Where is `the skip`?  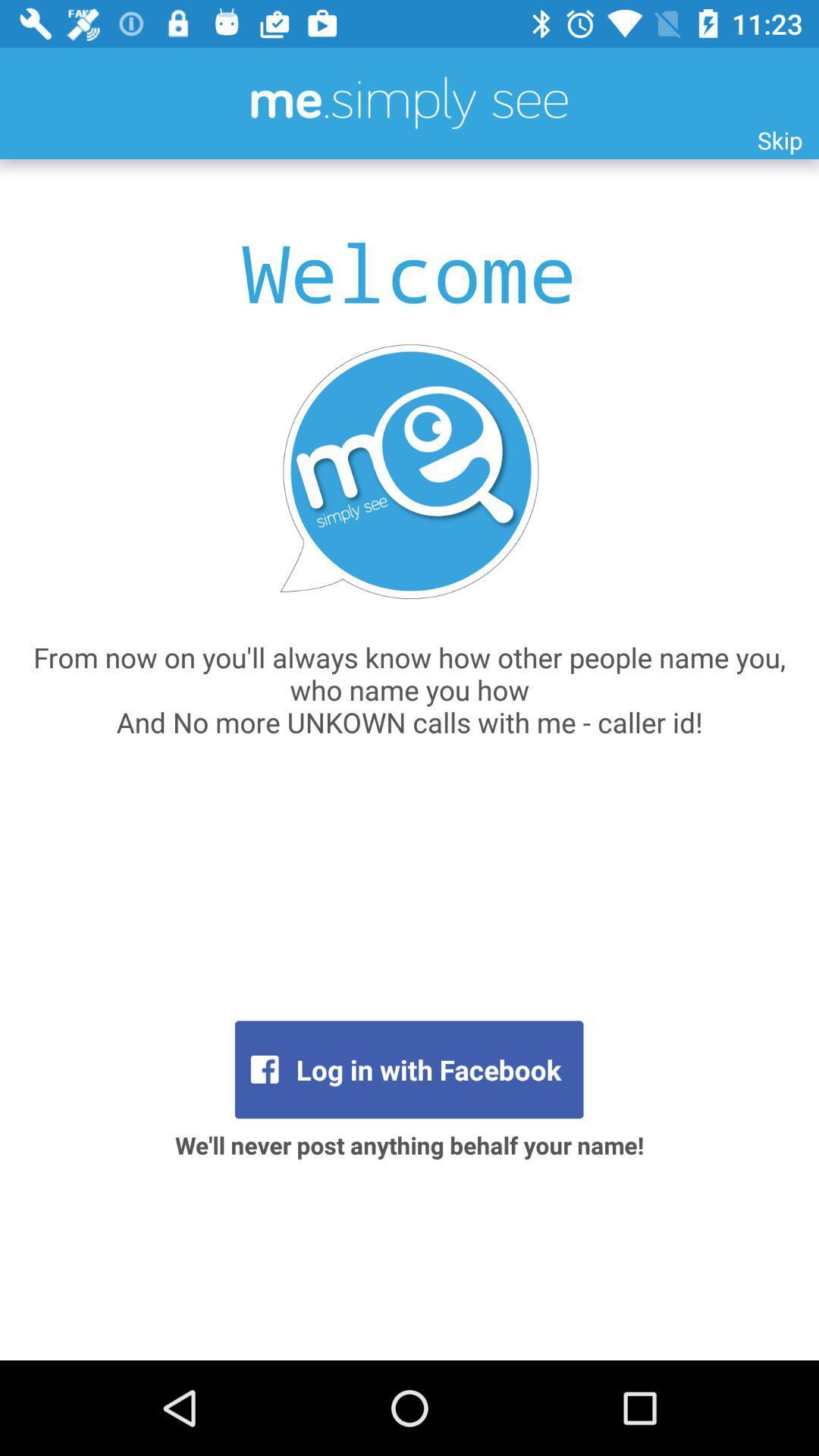 the skip is located at coordinates (780, 140).